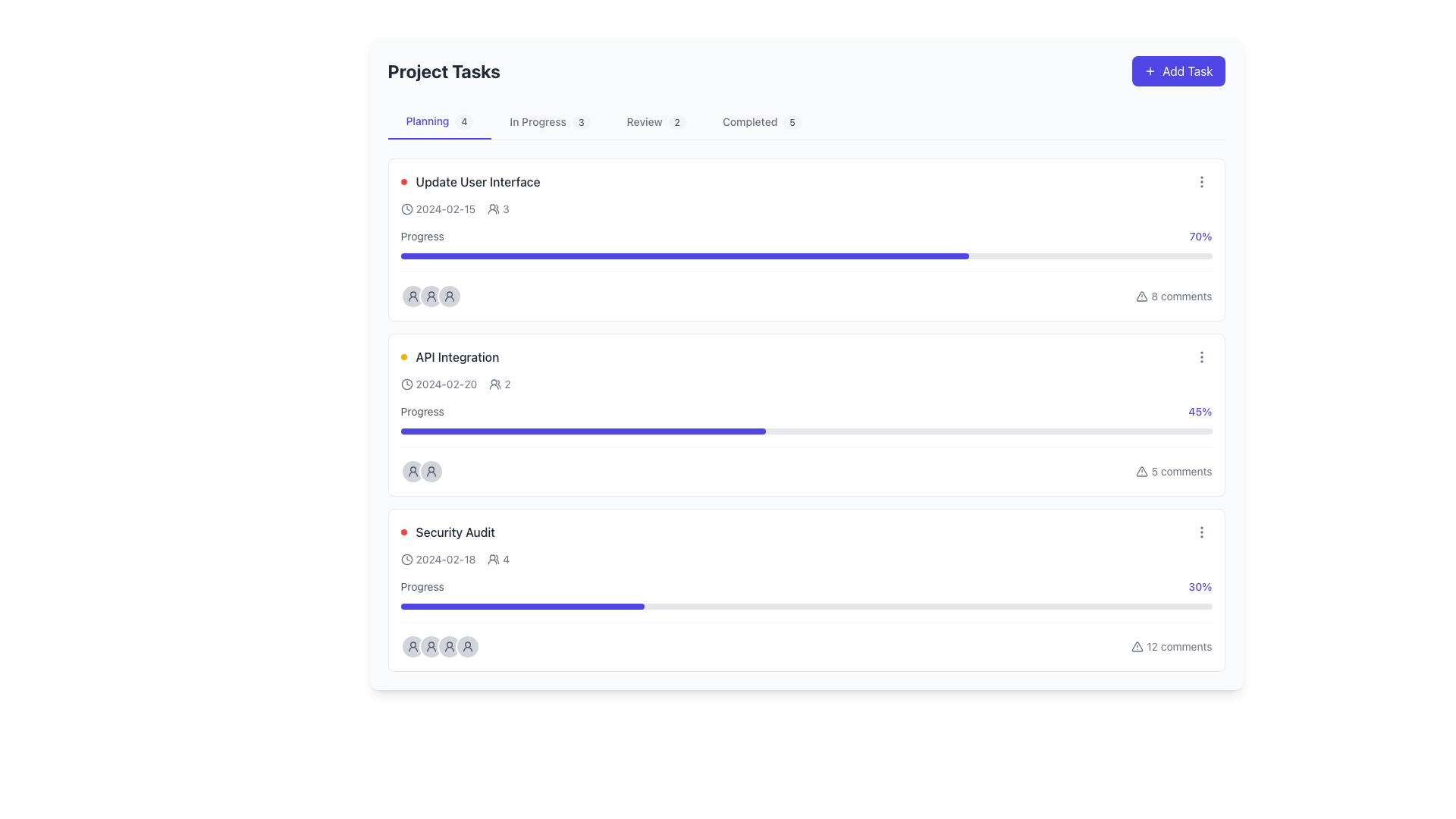  I want to click on the first user profile icon in the cluster located under the progress bar in the 'Security Audit' section, so click(439, 646).